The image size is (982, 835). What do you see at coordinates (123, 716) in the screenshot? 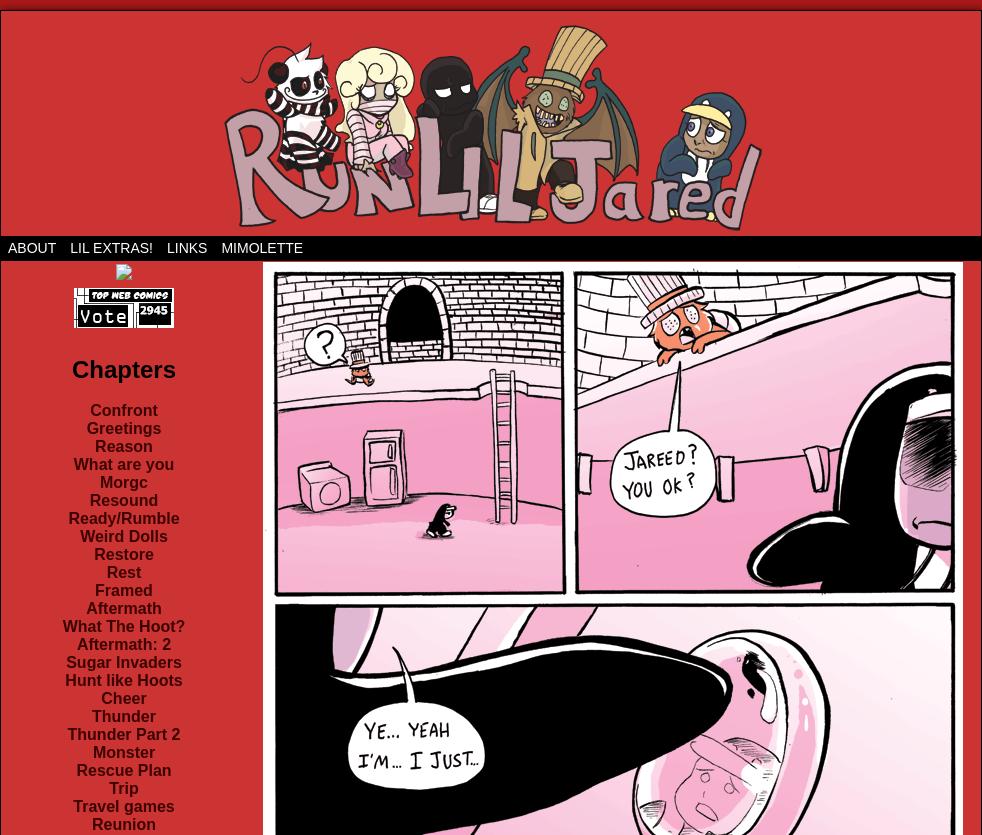
I see `'Thunder'` at bounding box center [123, 716].